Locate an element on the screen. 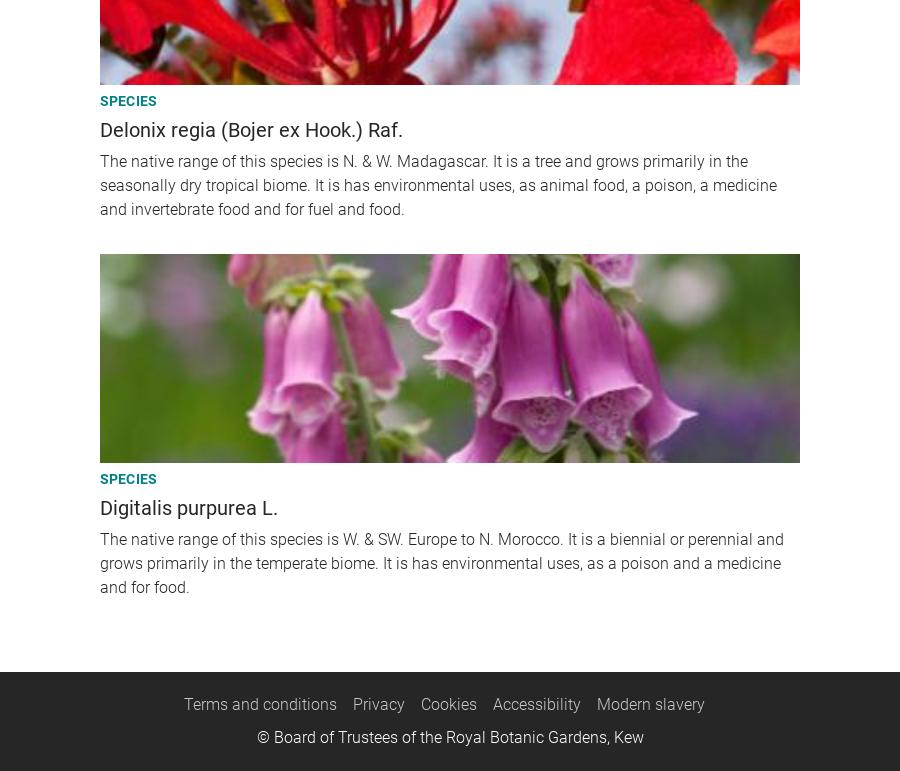 Image resolution: width=900 pixels, height=771 pixels. 'Delonix regia (Bojer ex Hook.) Raf.' is located at coordinates (98, 128).